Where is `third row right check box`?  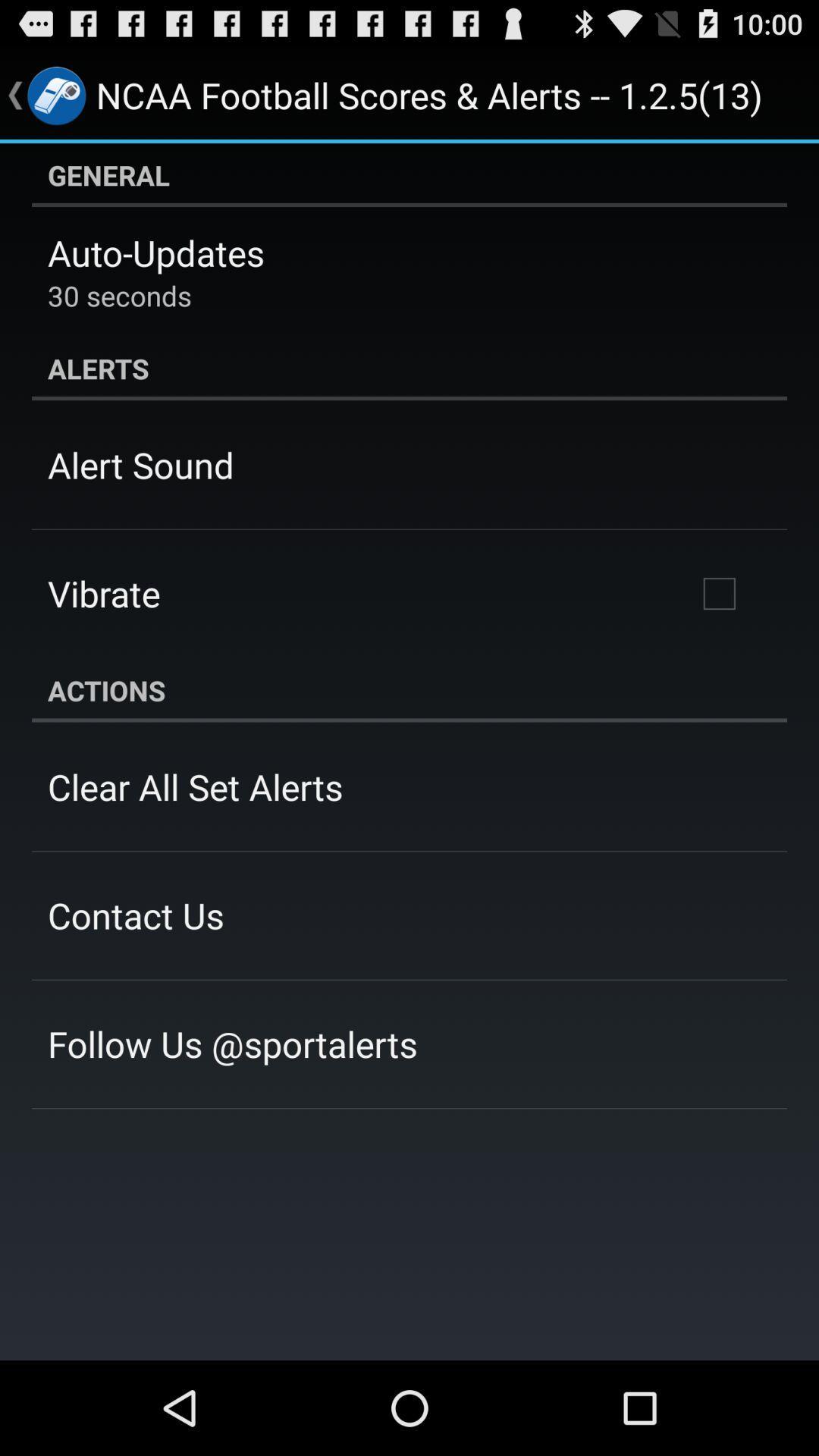 third row right check box is located at coordinates (718, 592).